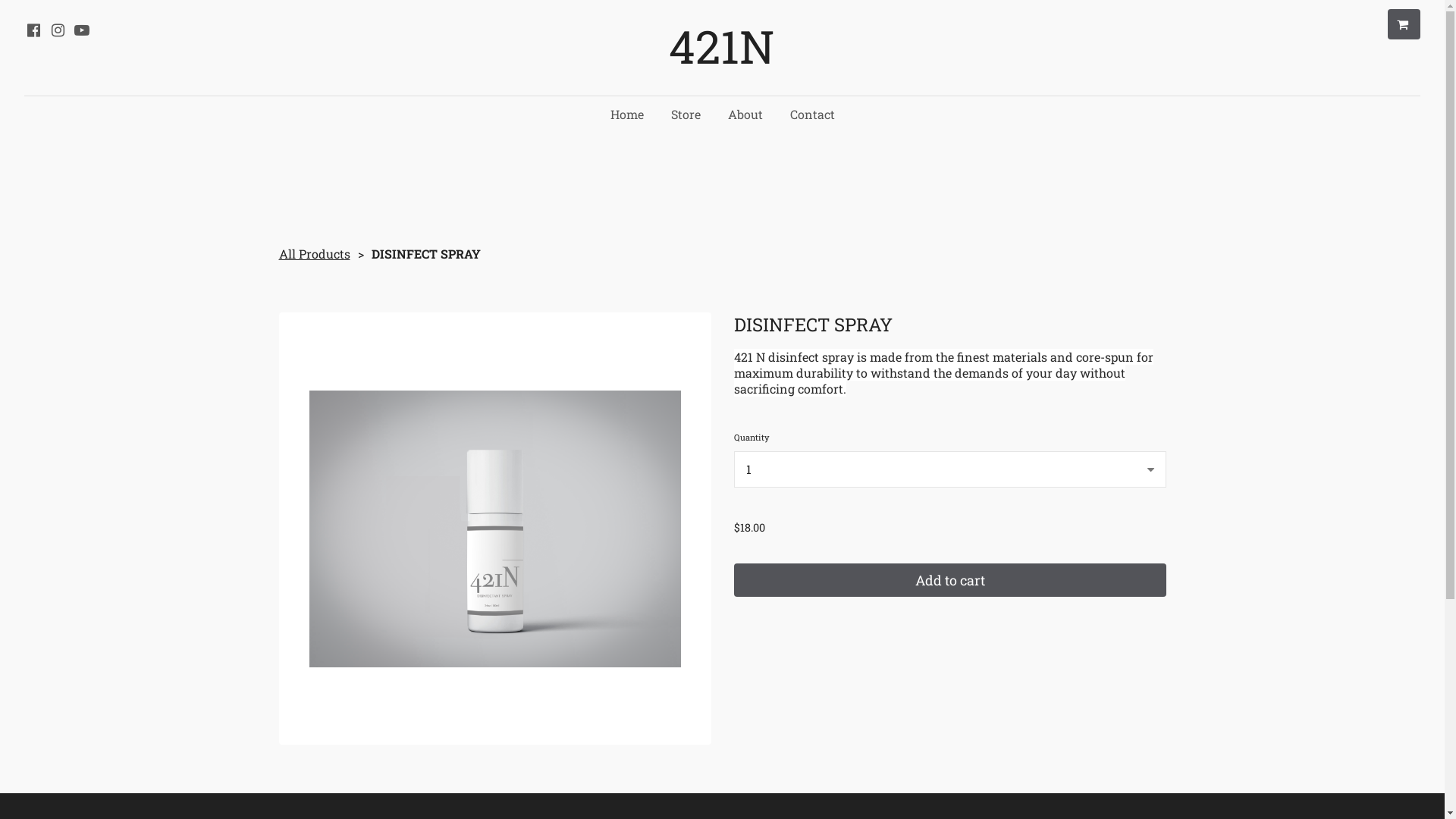  What do you see at coordinates (721, 45) in the screenshot?
I see `'421N'` at bounding box center [721, 45].